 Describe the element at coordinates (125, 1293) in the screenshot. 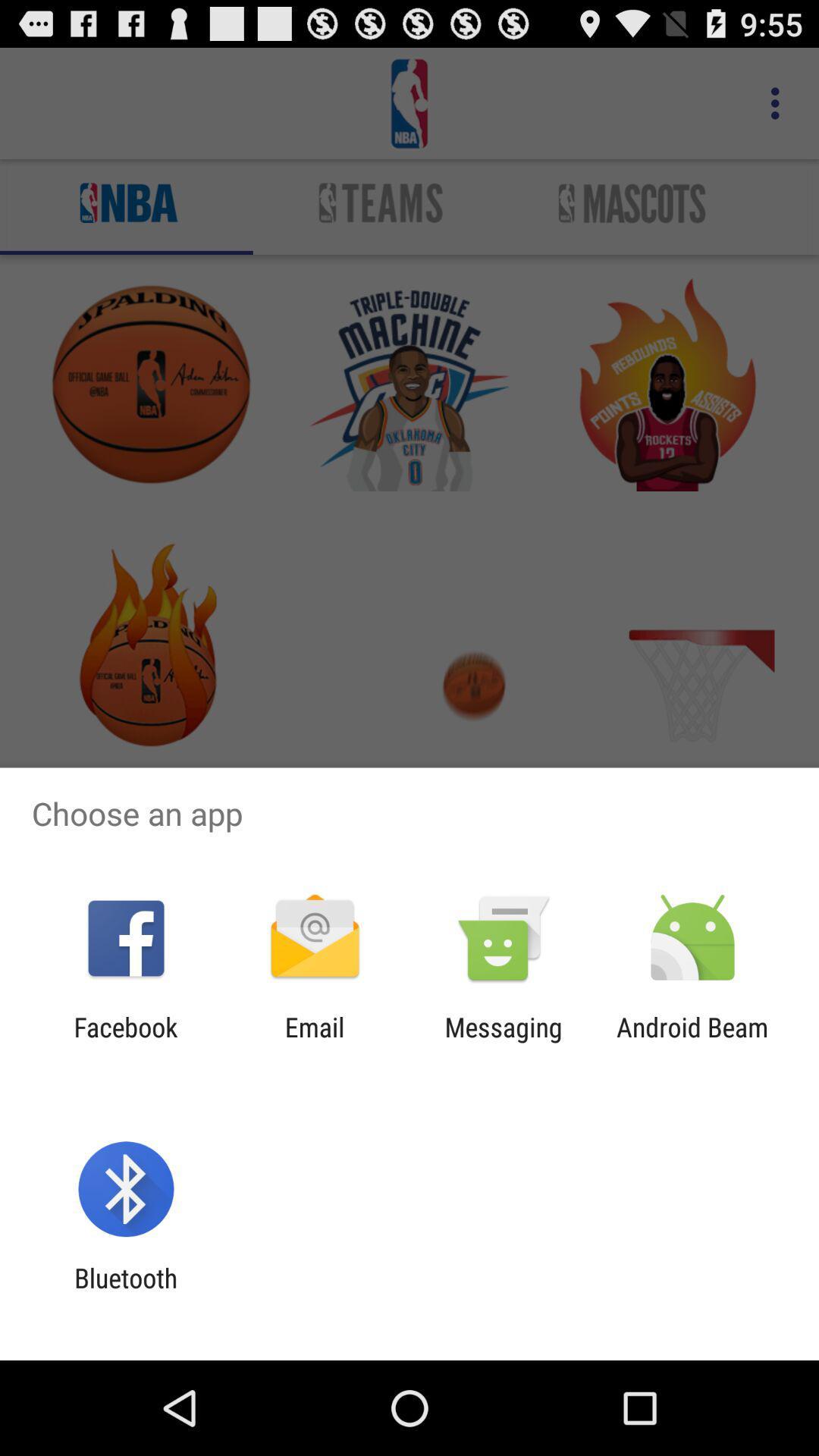

I see `the bluetooth item` at that location.